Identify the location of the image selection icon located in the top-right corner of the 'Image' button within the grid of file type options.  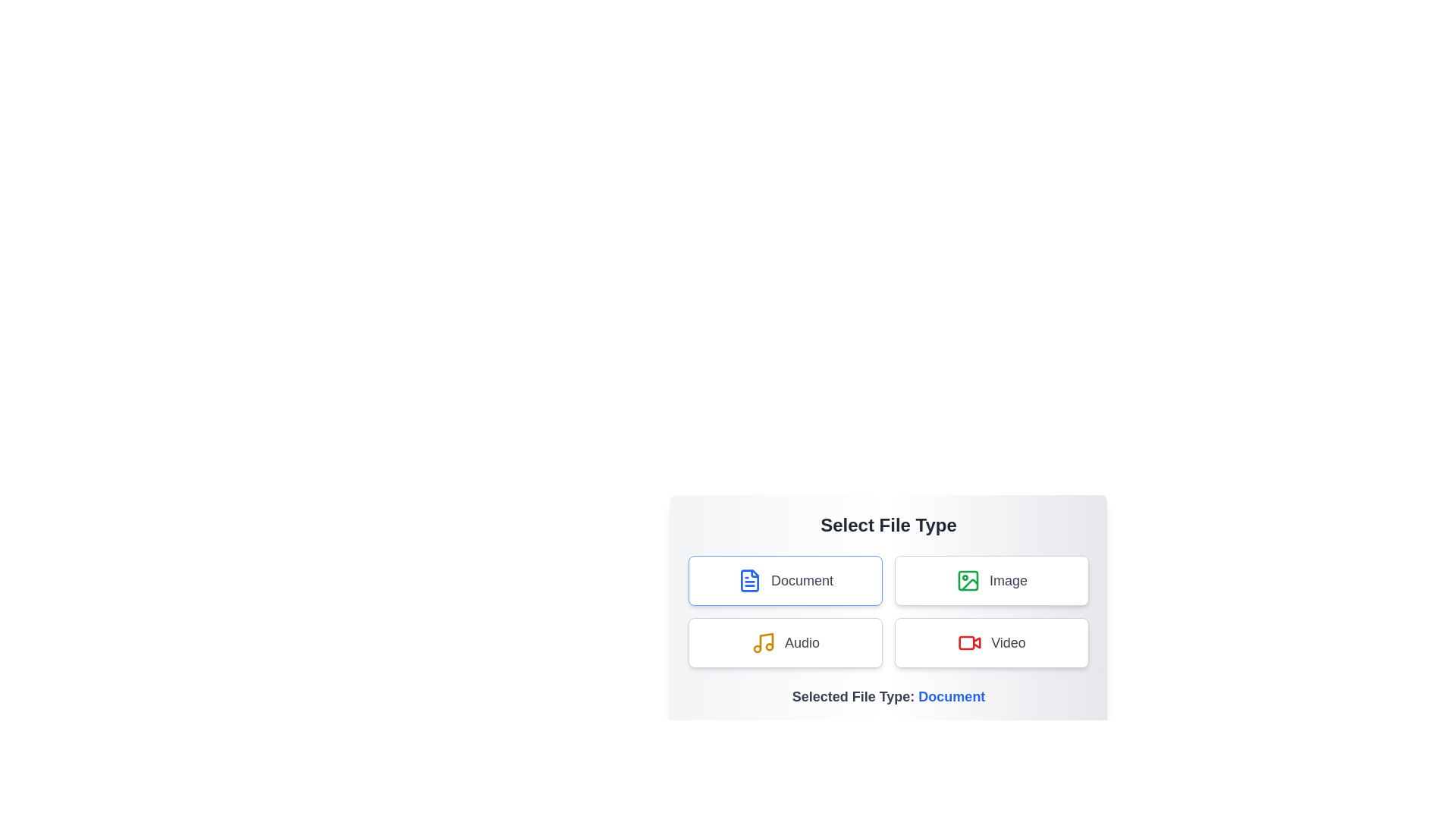
(967, 580).